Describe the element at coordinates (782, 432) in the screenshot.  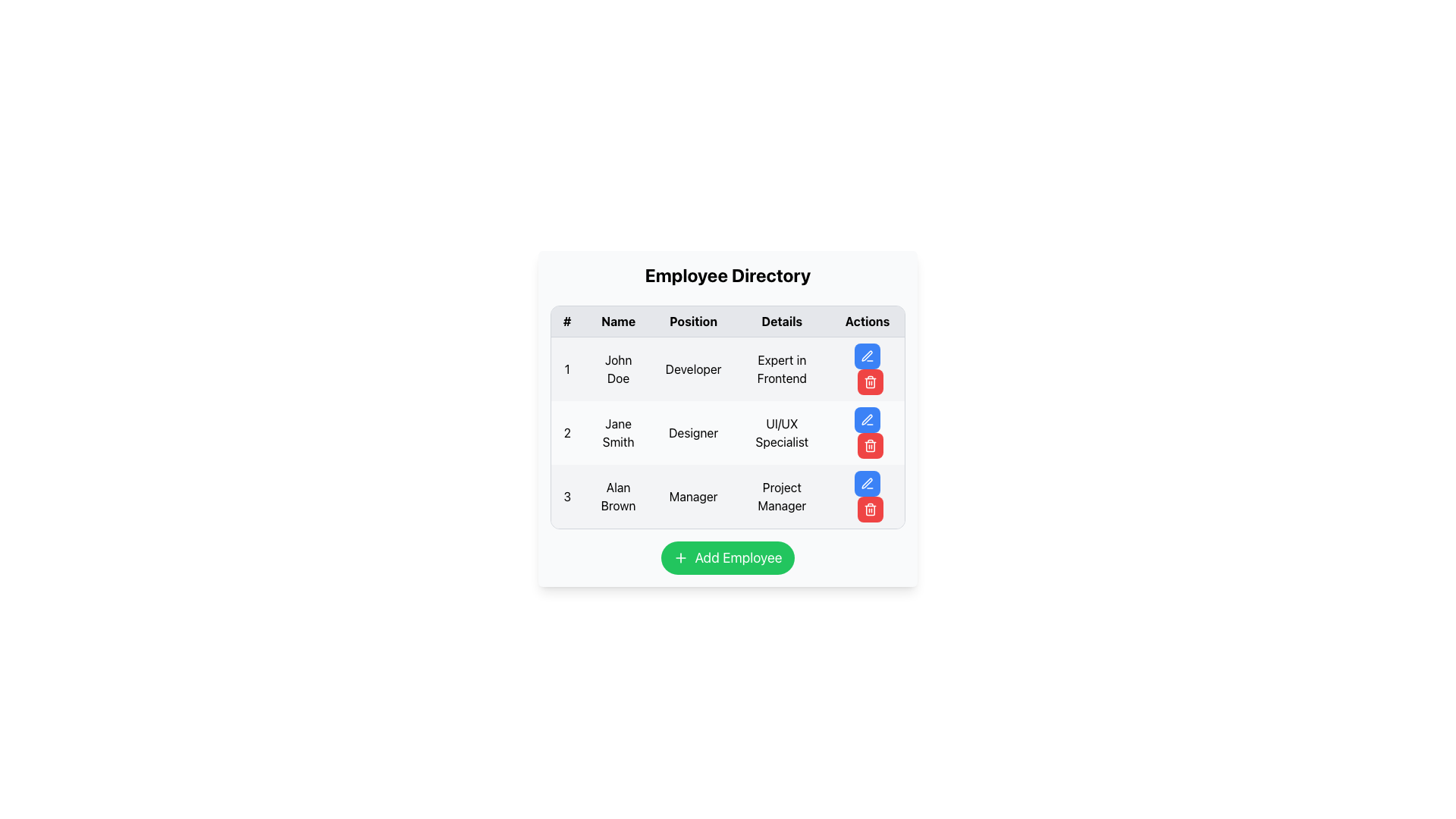
I see `the text 'UI/UX Specialist' displayed in the 'Details' column of the second row in the table` at that location.